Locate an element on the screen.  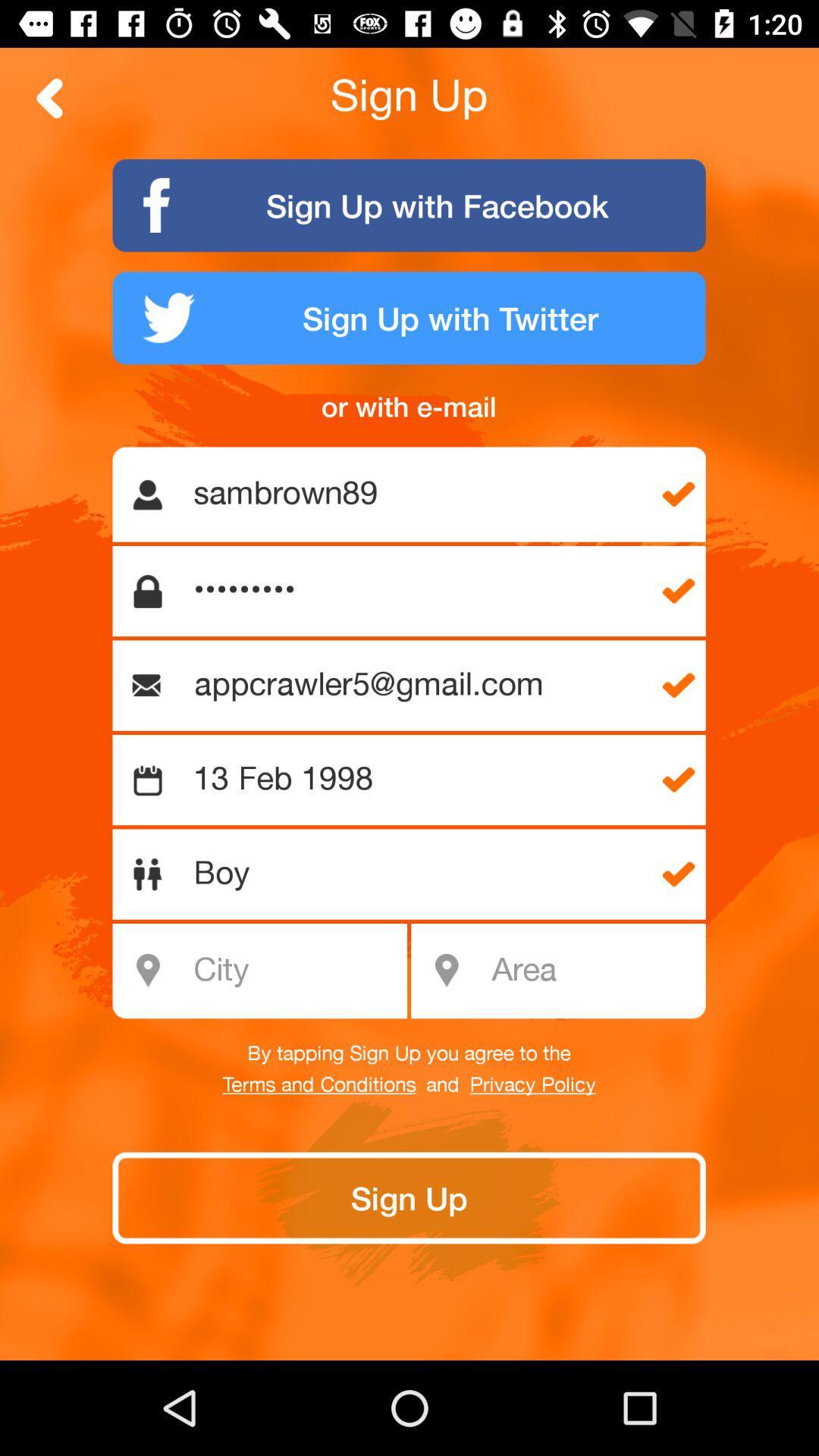
the item to the right of the and icon is located at coordinates (532, 1084).